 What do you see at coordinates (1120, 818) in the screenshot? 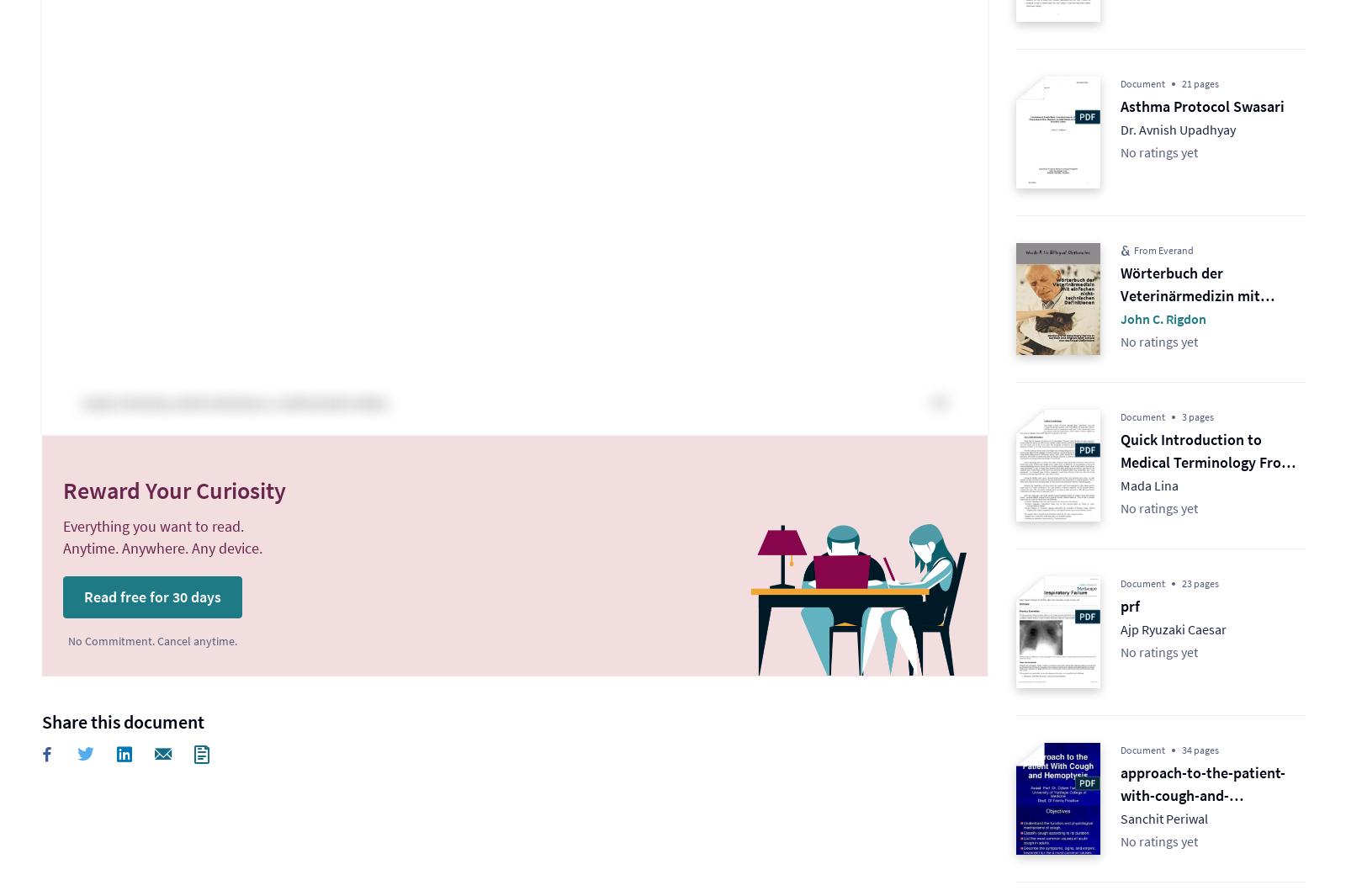
I see `'Sanchit Periwal'` at bounding box center [1120, 818].